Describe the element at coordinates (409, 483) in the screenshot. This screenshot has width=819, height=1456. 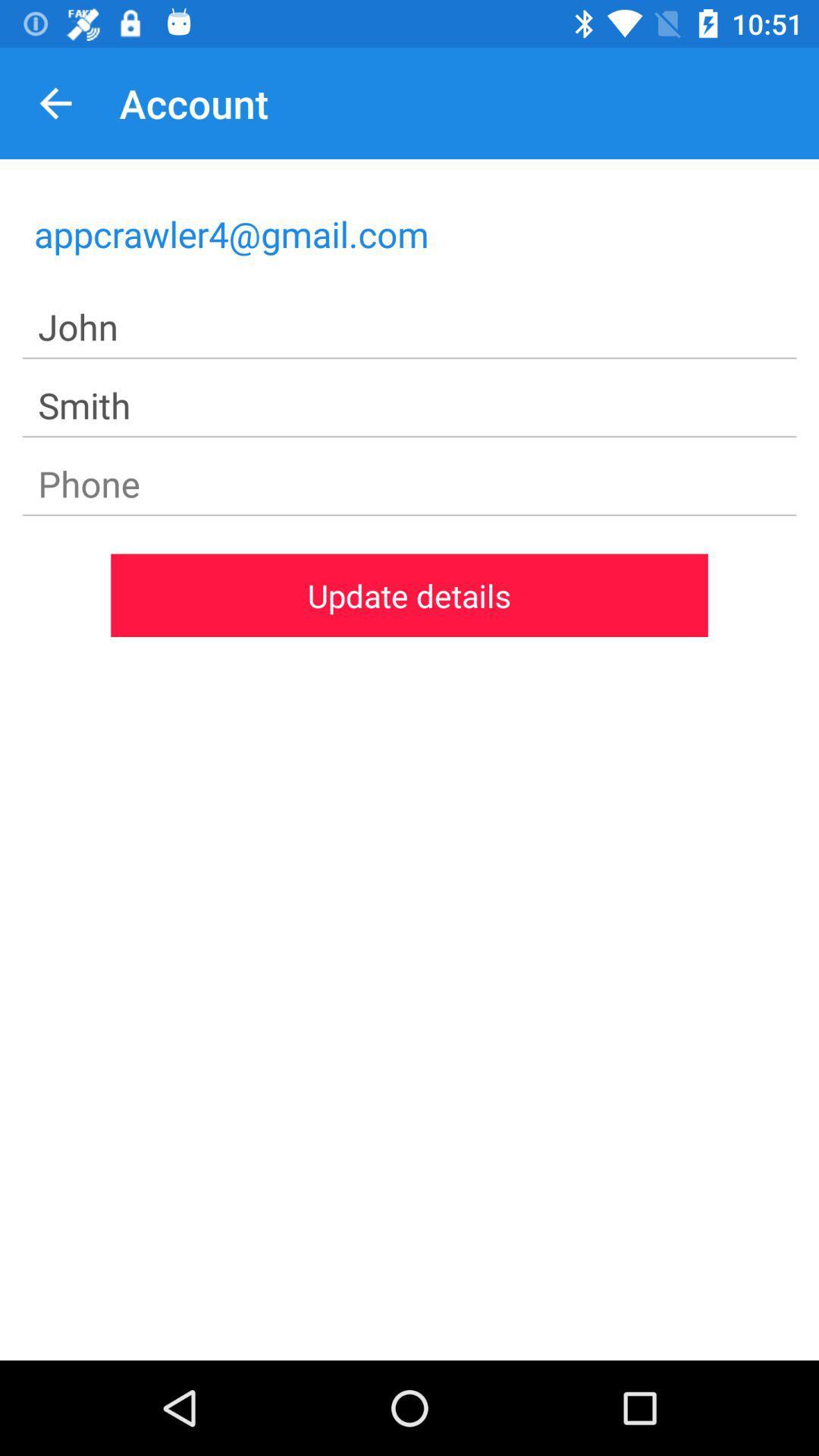
I see `item above update details` at that location.